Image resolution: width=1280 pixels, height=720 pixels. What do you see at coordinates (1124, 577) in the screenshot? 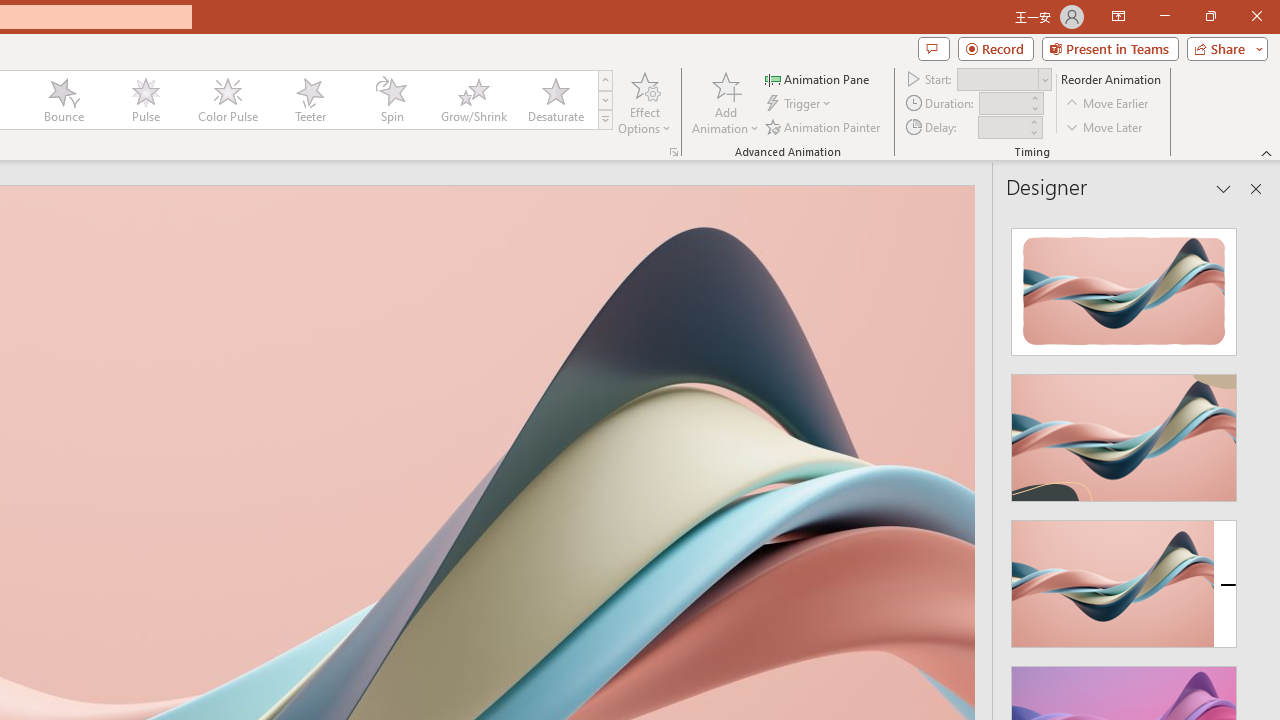
I see `'Design Idea'` at bounding box center [1124, 577].